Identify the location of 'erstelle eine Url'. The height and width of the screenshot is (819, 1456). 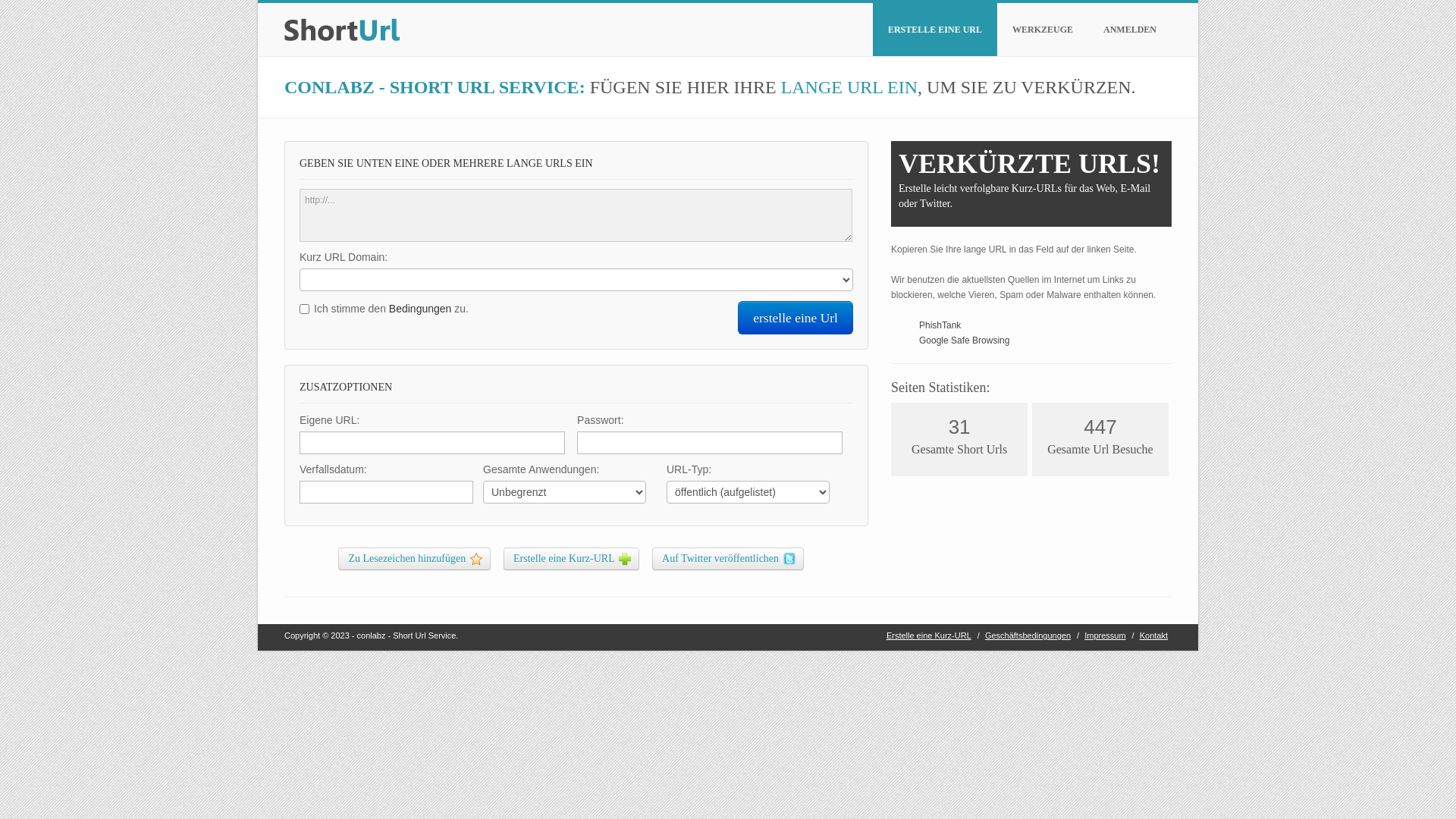
(795, 317).